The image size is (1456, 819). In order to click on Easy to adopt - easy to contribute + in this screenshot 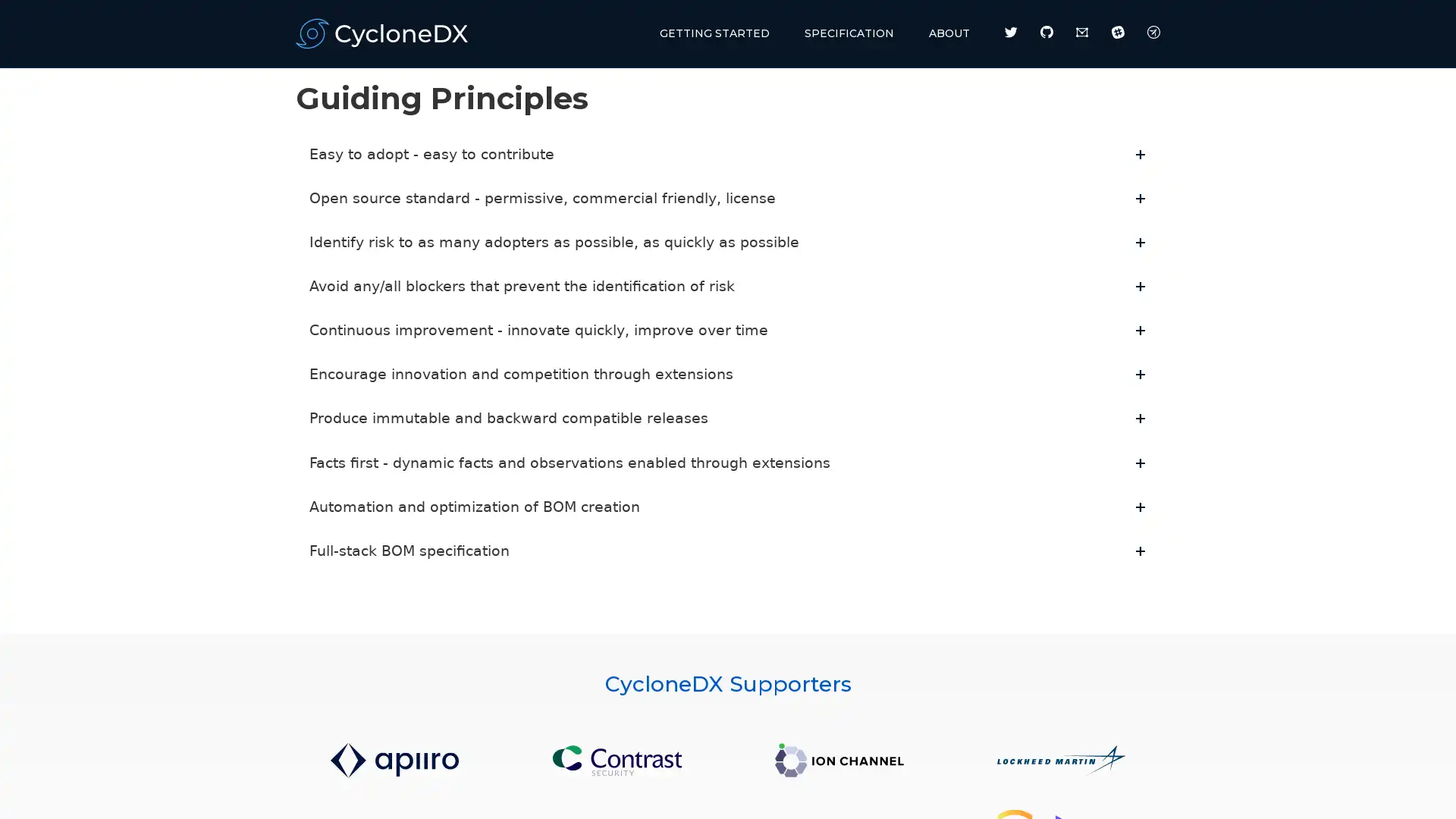, I will do `click(728, 155)`.